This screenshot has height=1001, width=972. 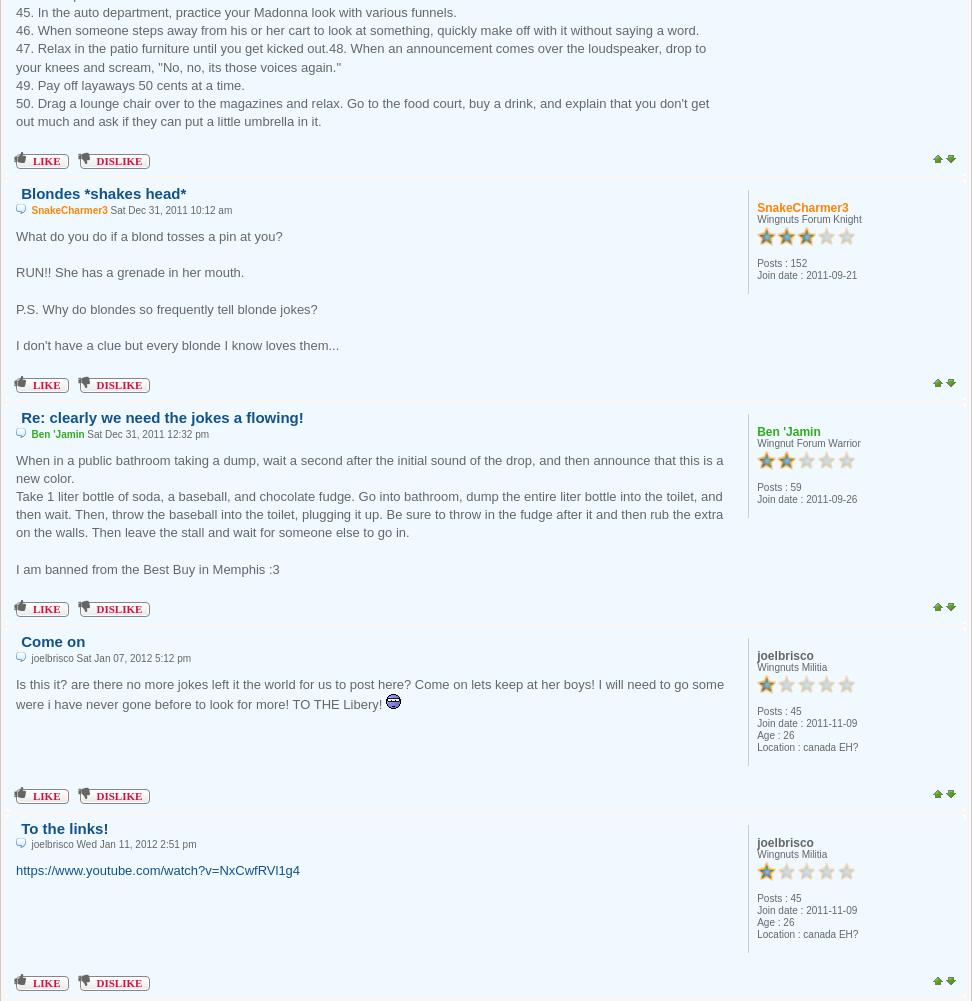 I want to click on '49. Pay off layaways 50 cents at a time.', so click(x=129, y=83).